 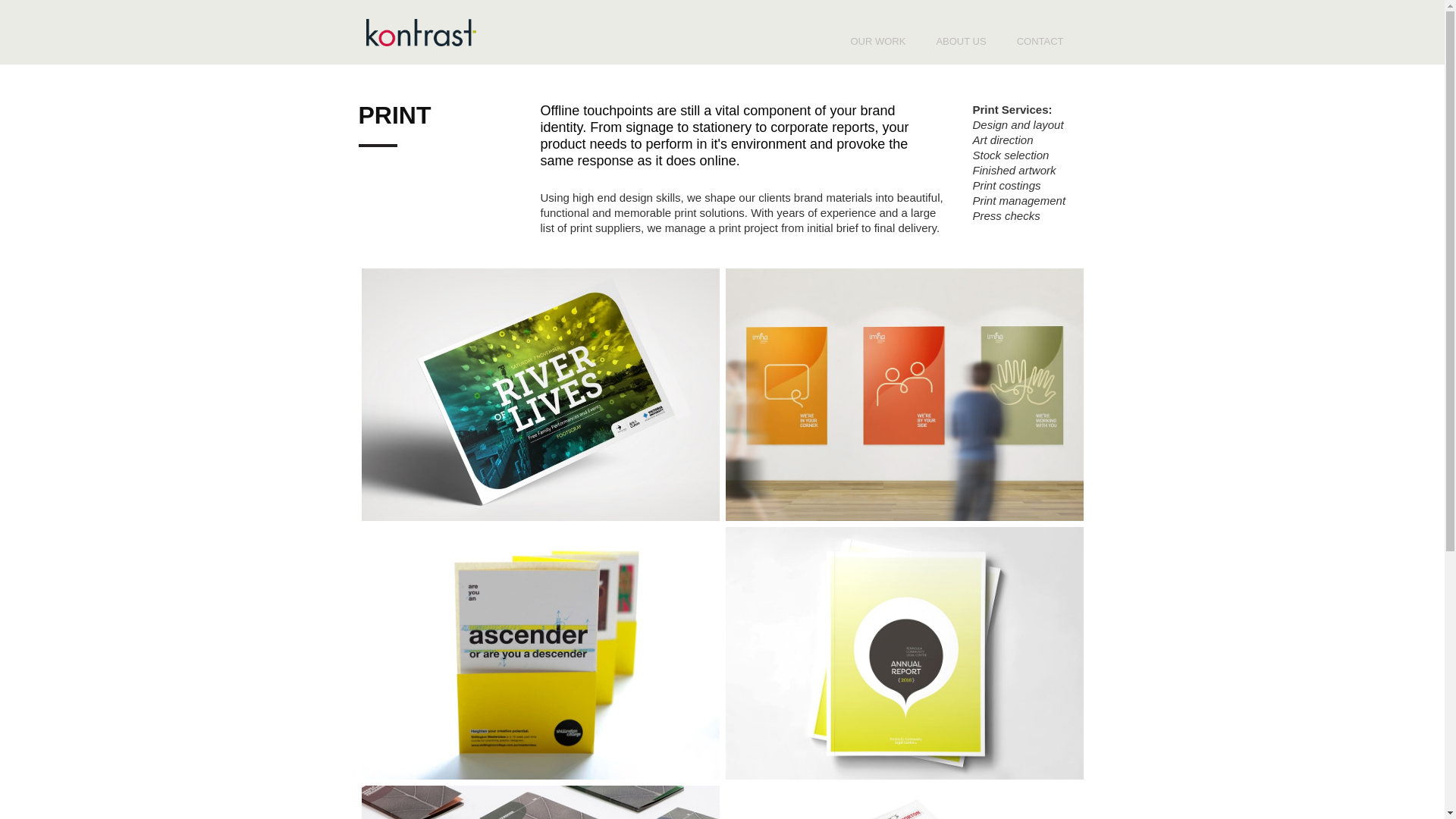 I want to click on 'OUR WORK', so click(x=877, y=40).